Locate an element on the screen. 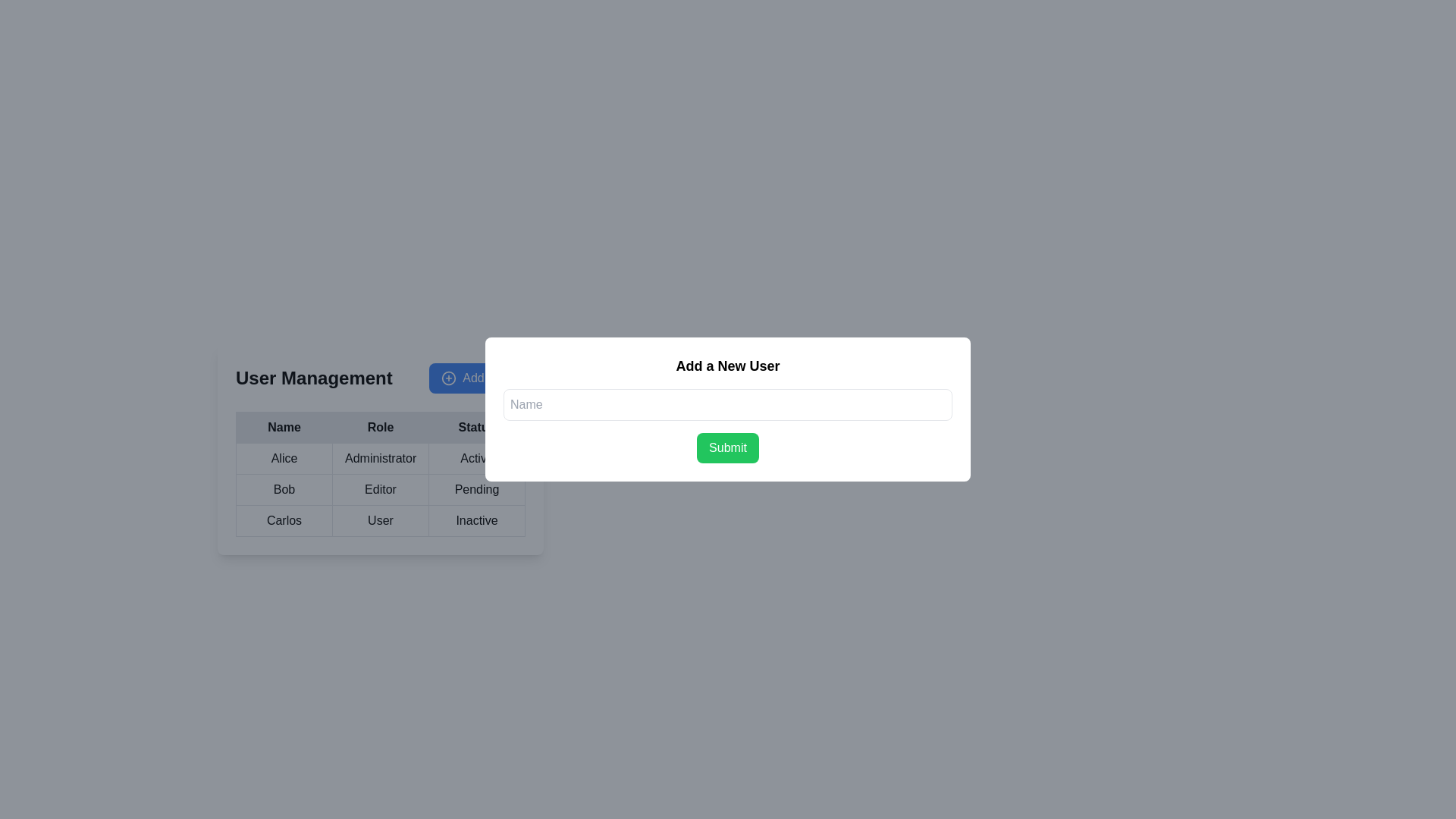 Image resolution: width=1456 pixels, height=819 pixels. text displayed in the status label which shows 'Active', located in the rightmost position of its row under the 'Status' column is located at coordinates (475, 458).